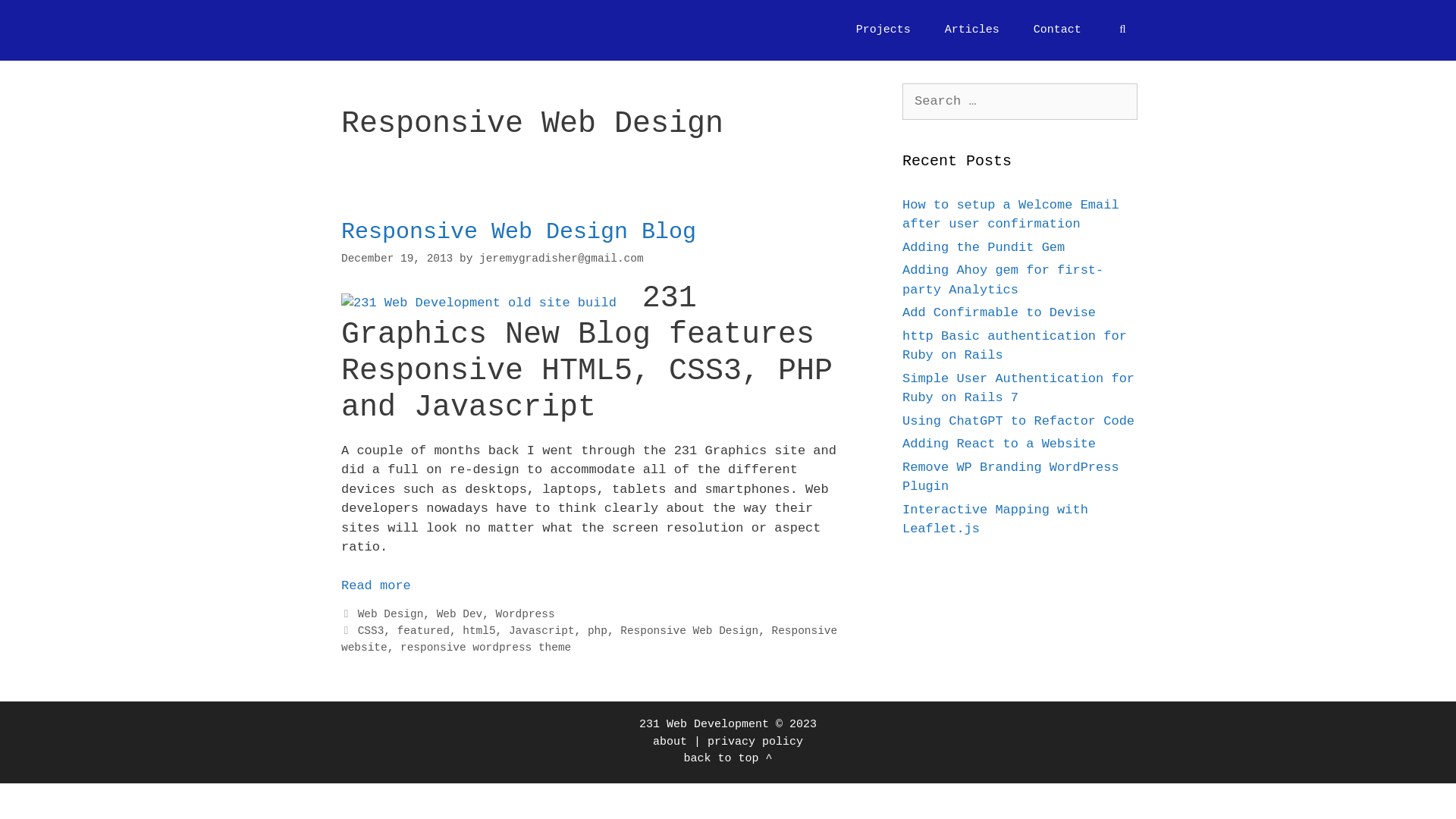  I want to click on 'Adding React to a Website', so click(999, 444).